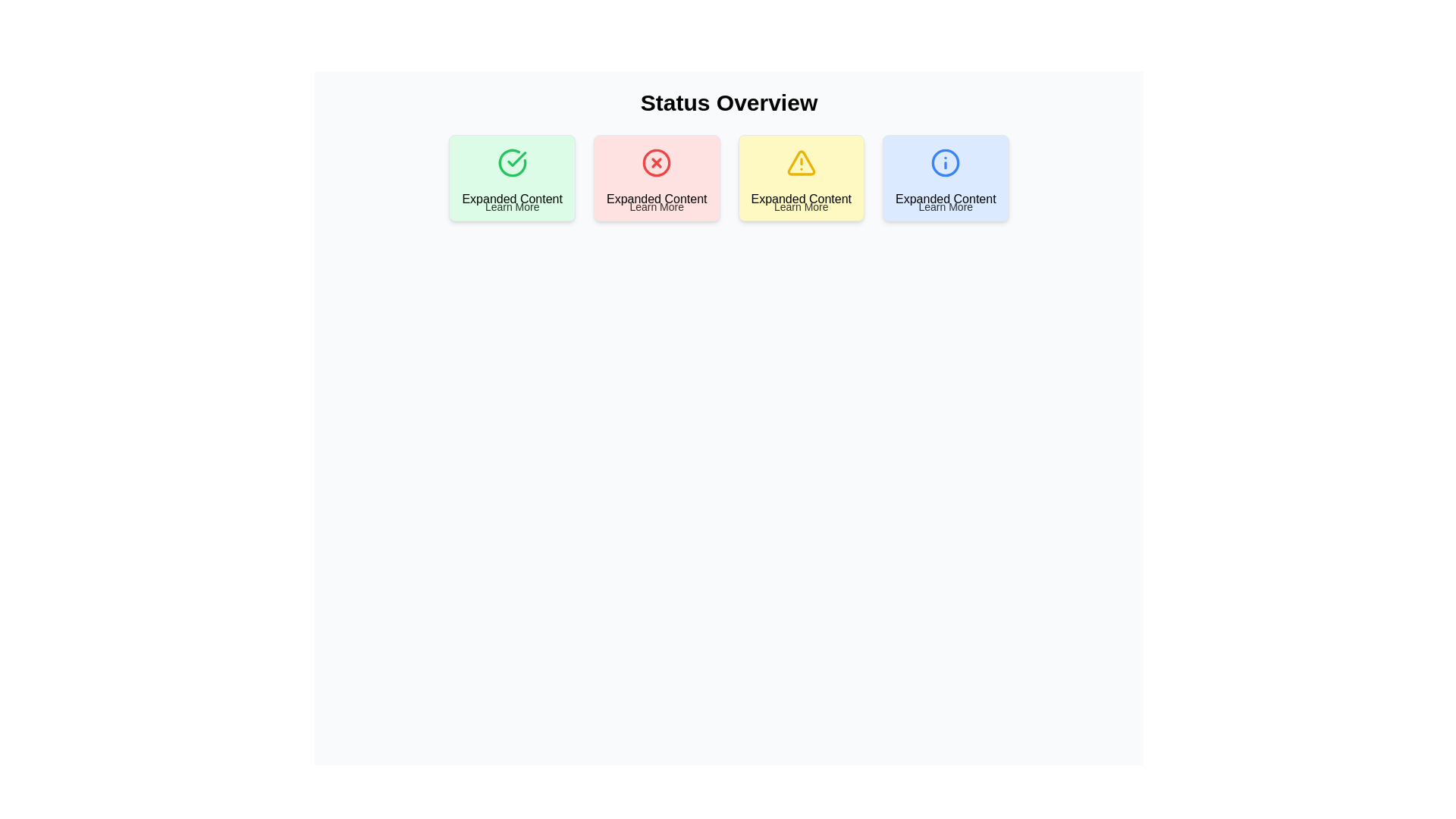 Image resolution: width=1456 pixels, height=819 pixels. Describe the element at coordinates (657, 163) in the screenshot. I see `the error status icon located at the top-center of the second card from the left, above the text 'Expanded Content' and 'Learn More'` at that location.